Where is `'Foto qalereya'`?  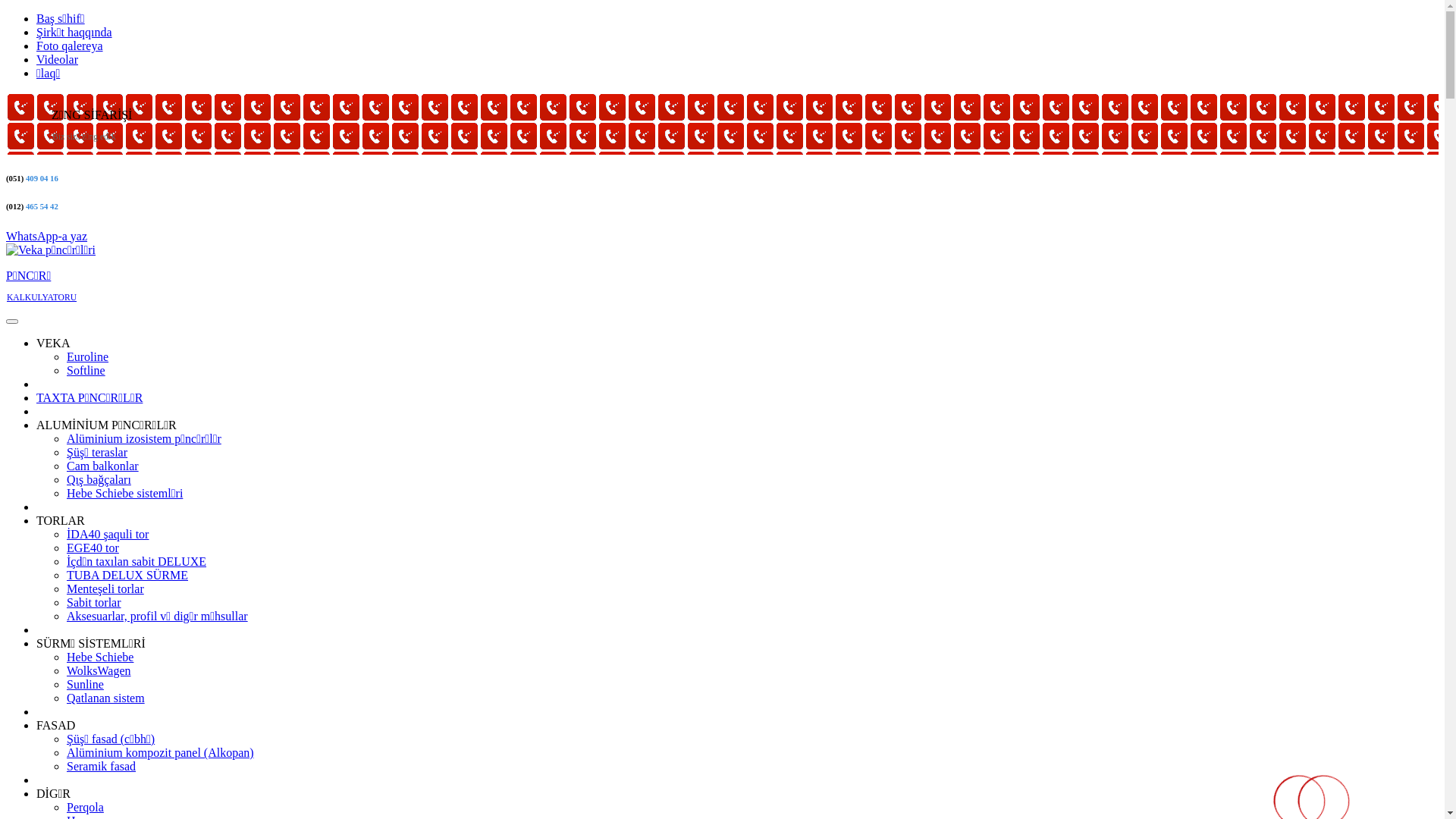
'Foto qalereya' is located at coordinates (68, 45).